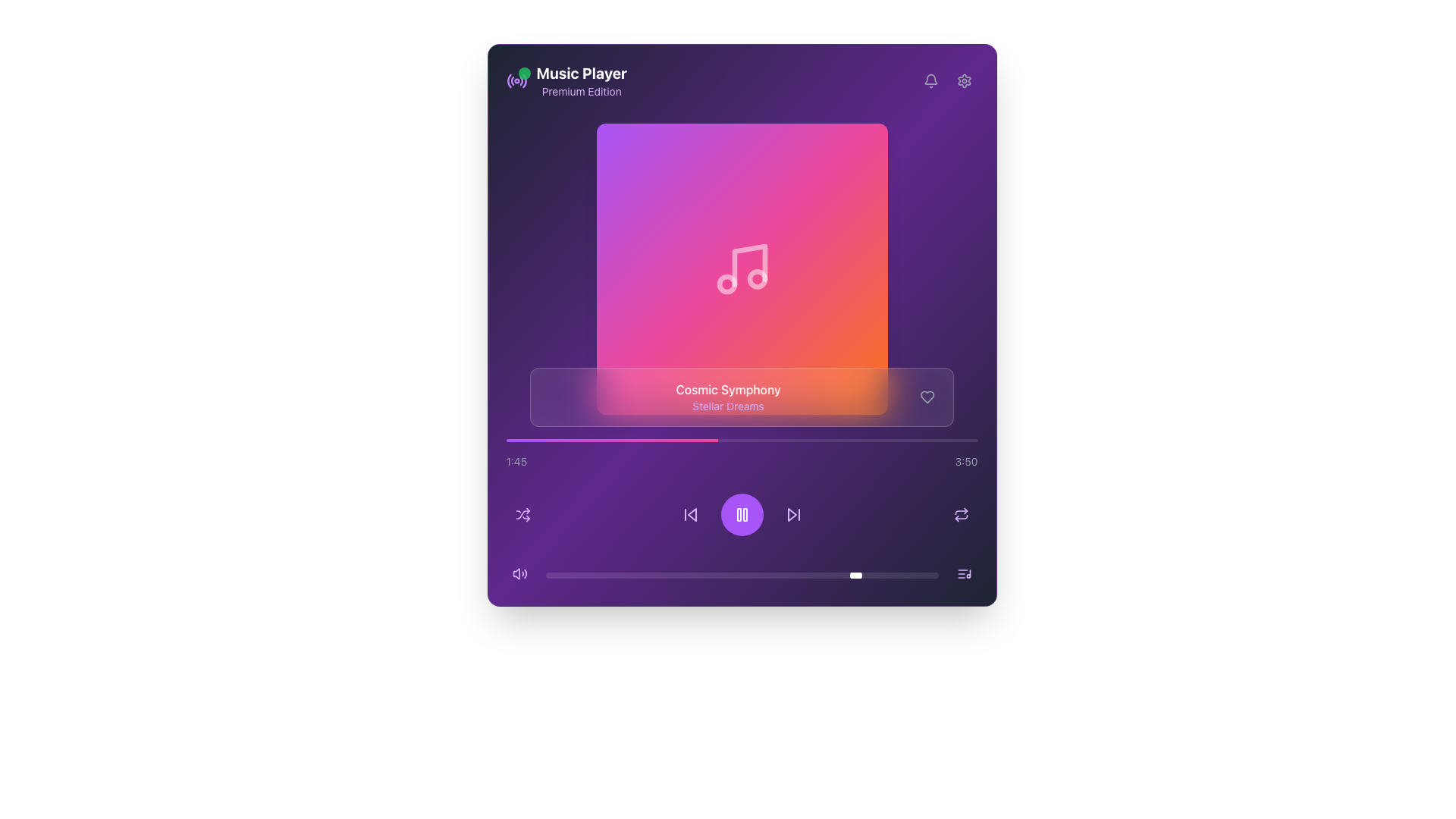 The image size is (1456, 819). I want to click on the decorative portion of the musical note icon represented by the graphic element located within the circular dot on the right side of the note, so click(757, 279).